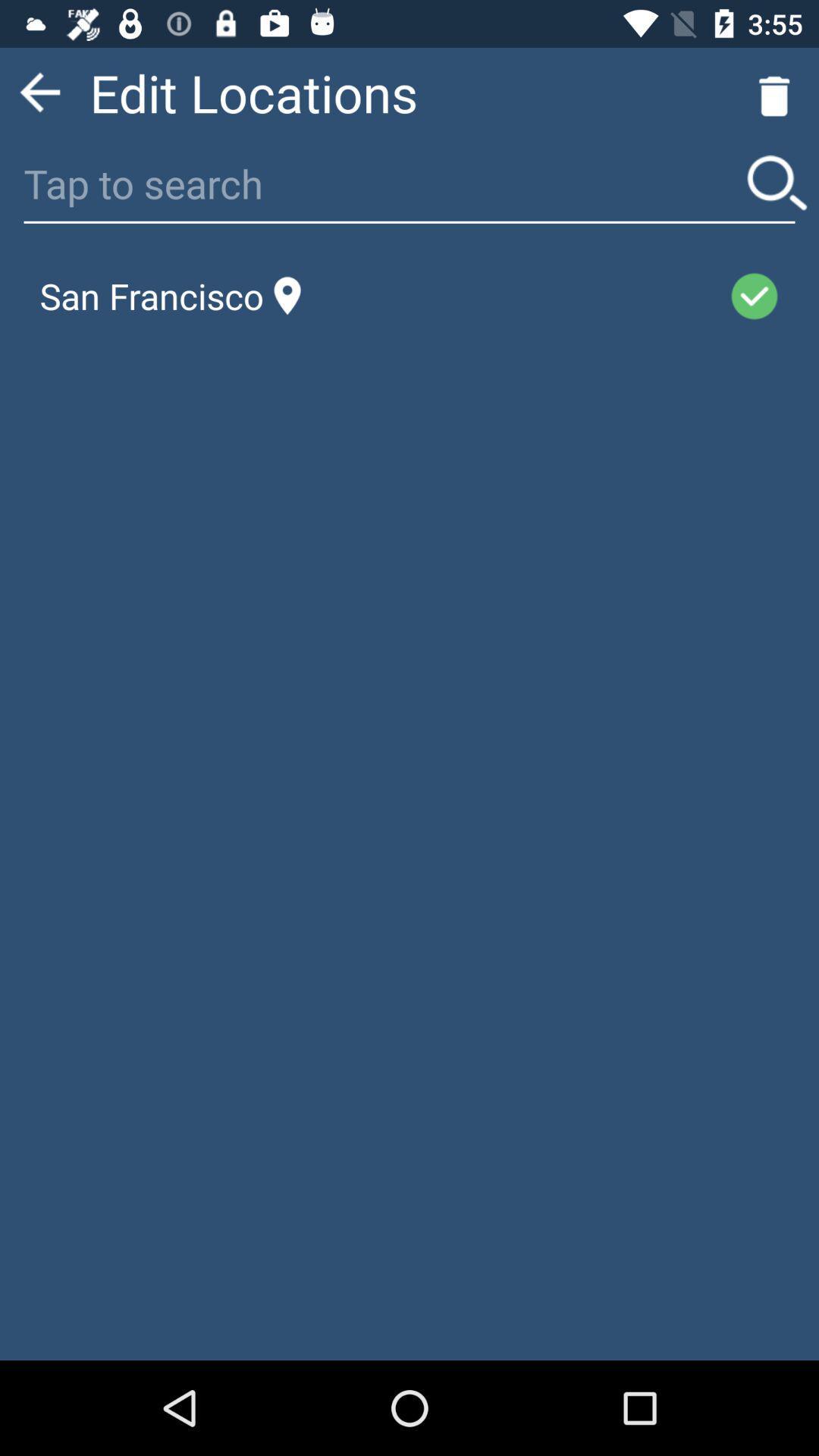 The height and width of the screenshot is (1456, 819). Describe the element at coordinates (774, 92) in the screenshot. I see `the delete icon` at that location.